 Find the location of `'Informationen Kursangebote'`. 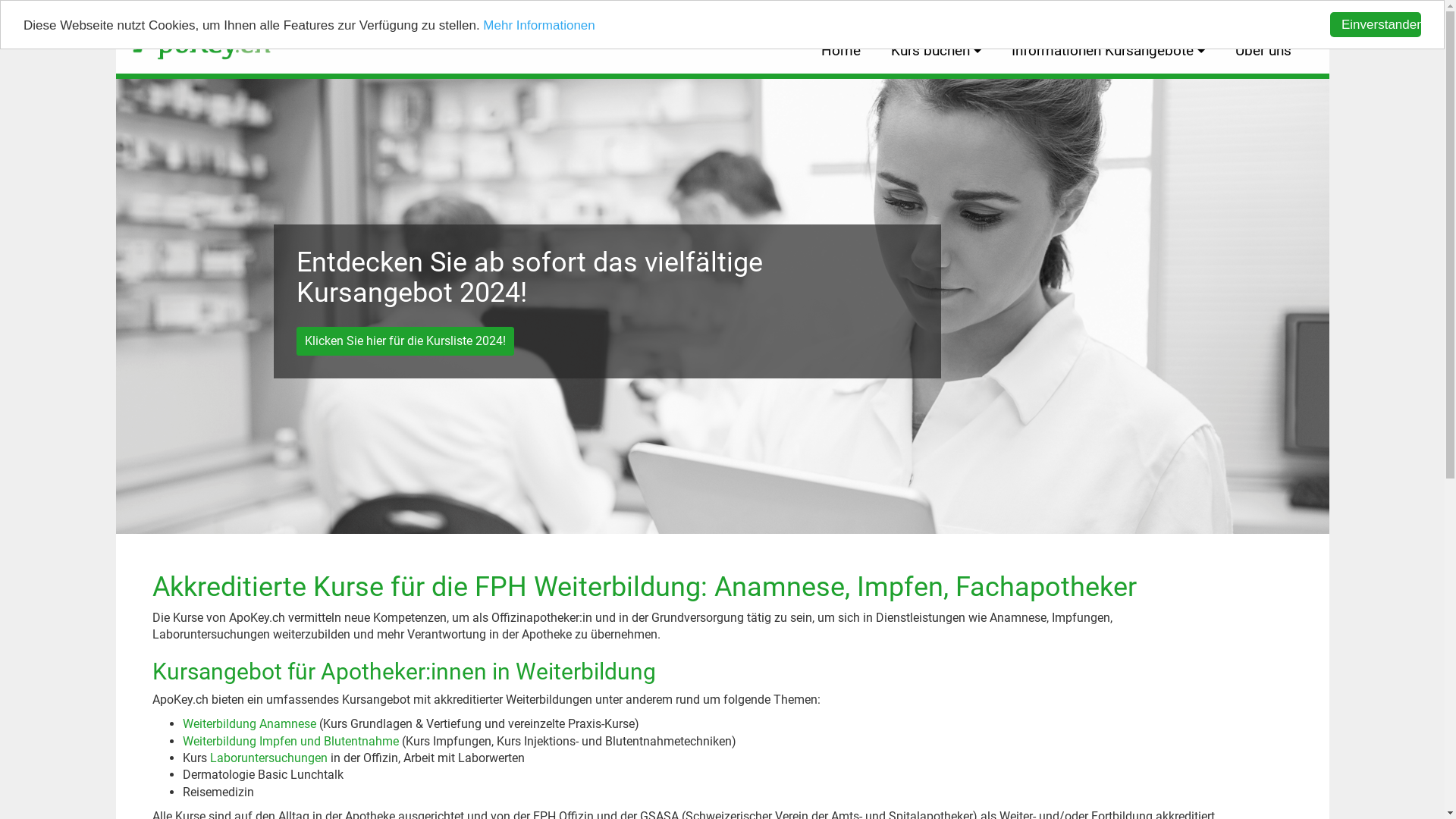

'Informationen Kursangebote' is located at coordinates (1108, 50).